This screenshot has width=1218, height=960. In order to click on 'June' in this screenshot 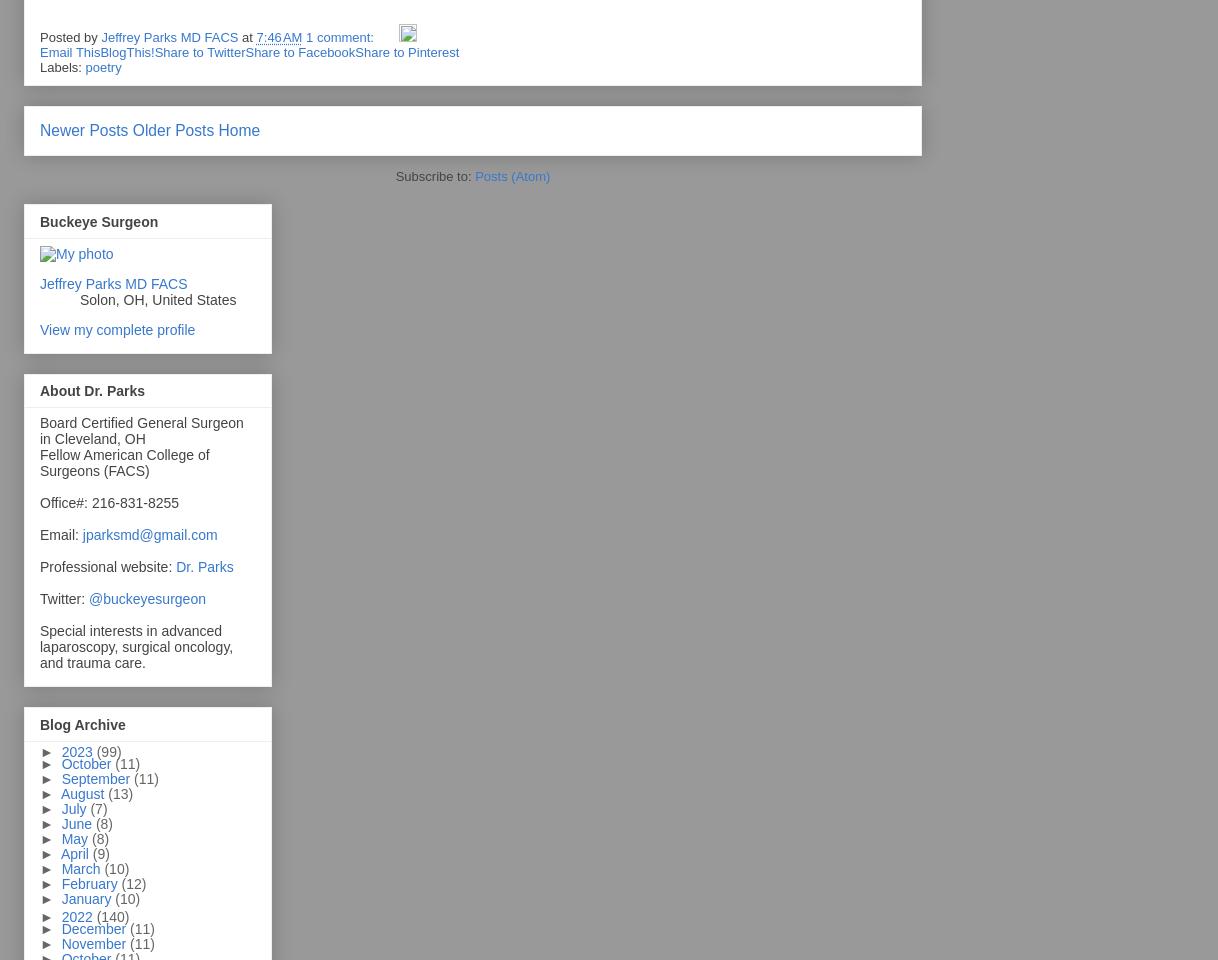, I will do `click(76, 823)`.